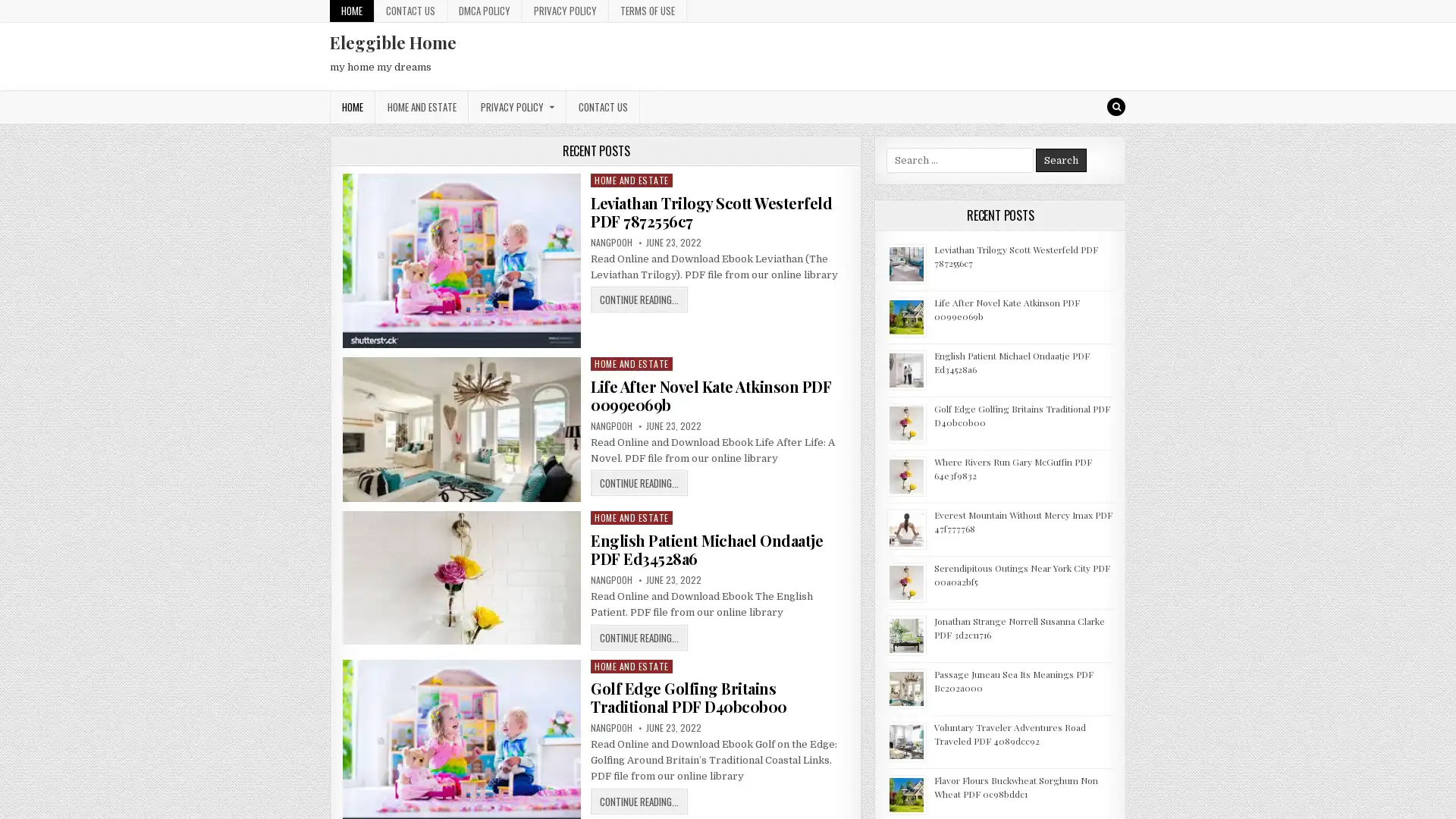 The image size is (1456, 819). What do you see at coordinates (1060, 160) in the screenshot?
I see `Search` at bounding box center [1060, 160].